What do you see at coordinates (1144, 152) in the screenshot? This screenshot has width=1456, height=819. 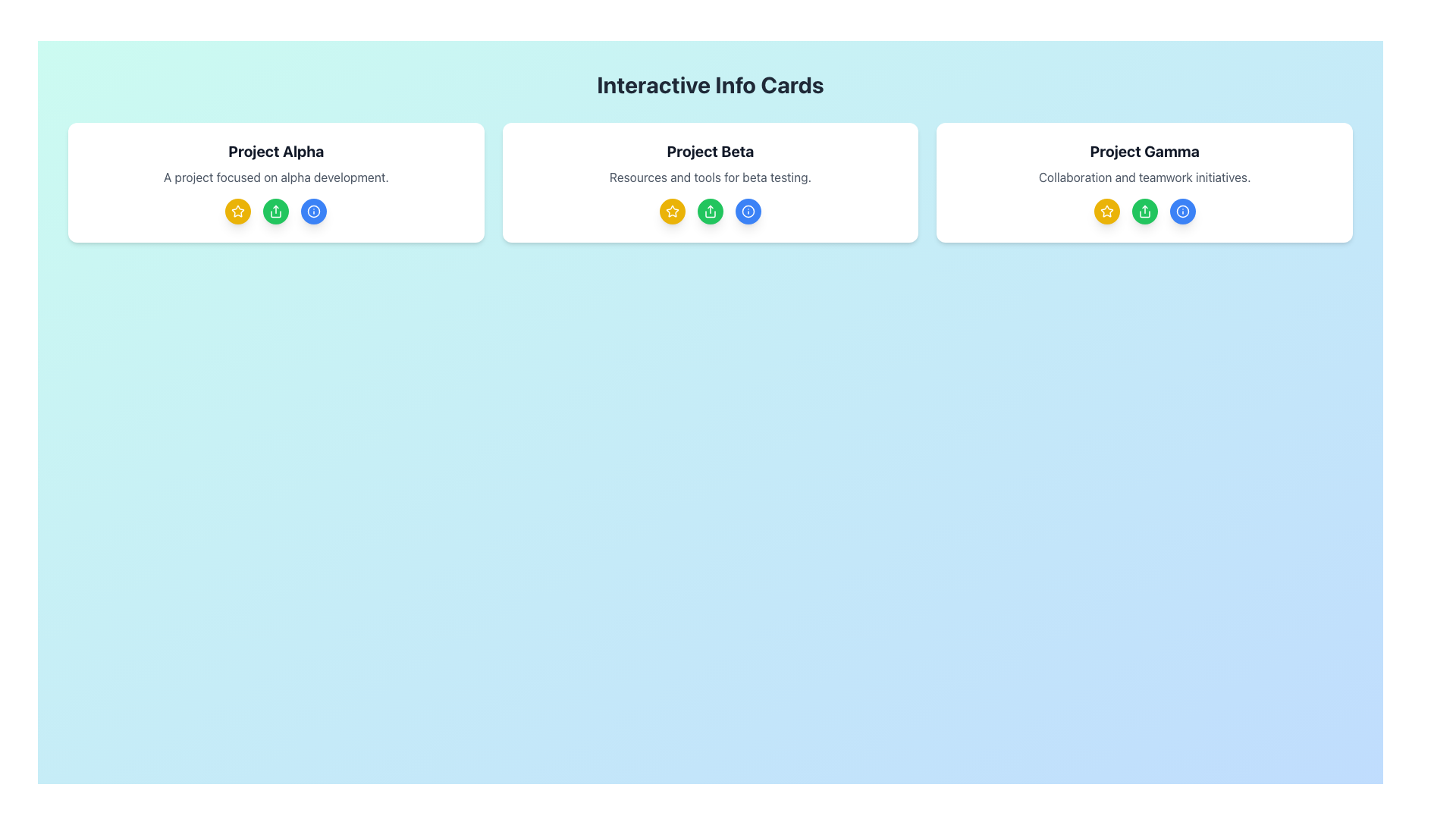 I see `the 'Project Gamma' text label, which is a bold, black header centrally aligned in the topmost section of the rightmost card in a three-card layout` at bounding box center [1144, 152].